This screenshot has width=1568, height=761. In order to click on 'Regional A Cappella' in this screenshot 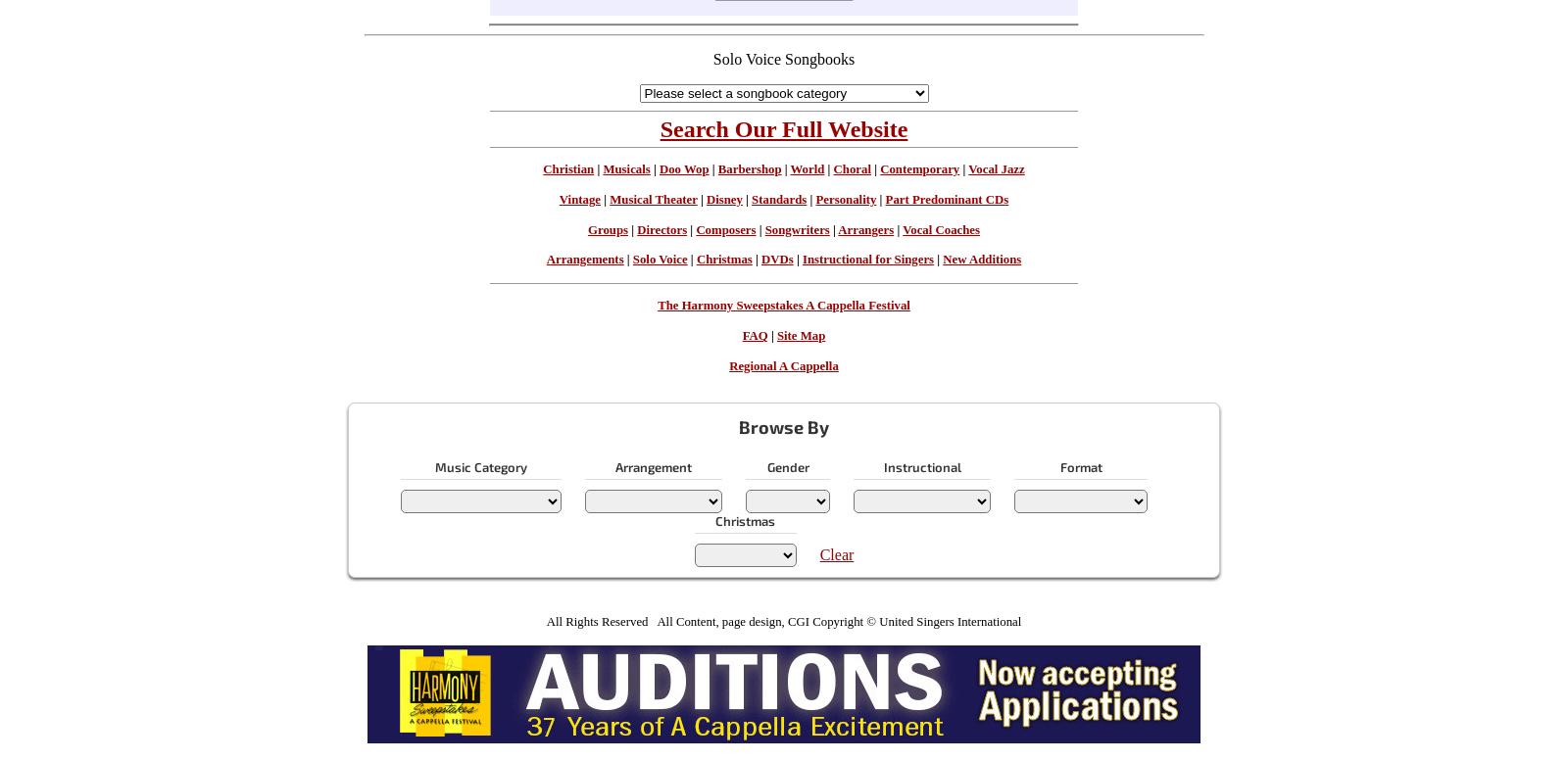, I will do `click(783, 365)`.